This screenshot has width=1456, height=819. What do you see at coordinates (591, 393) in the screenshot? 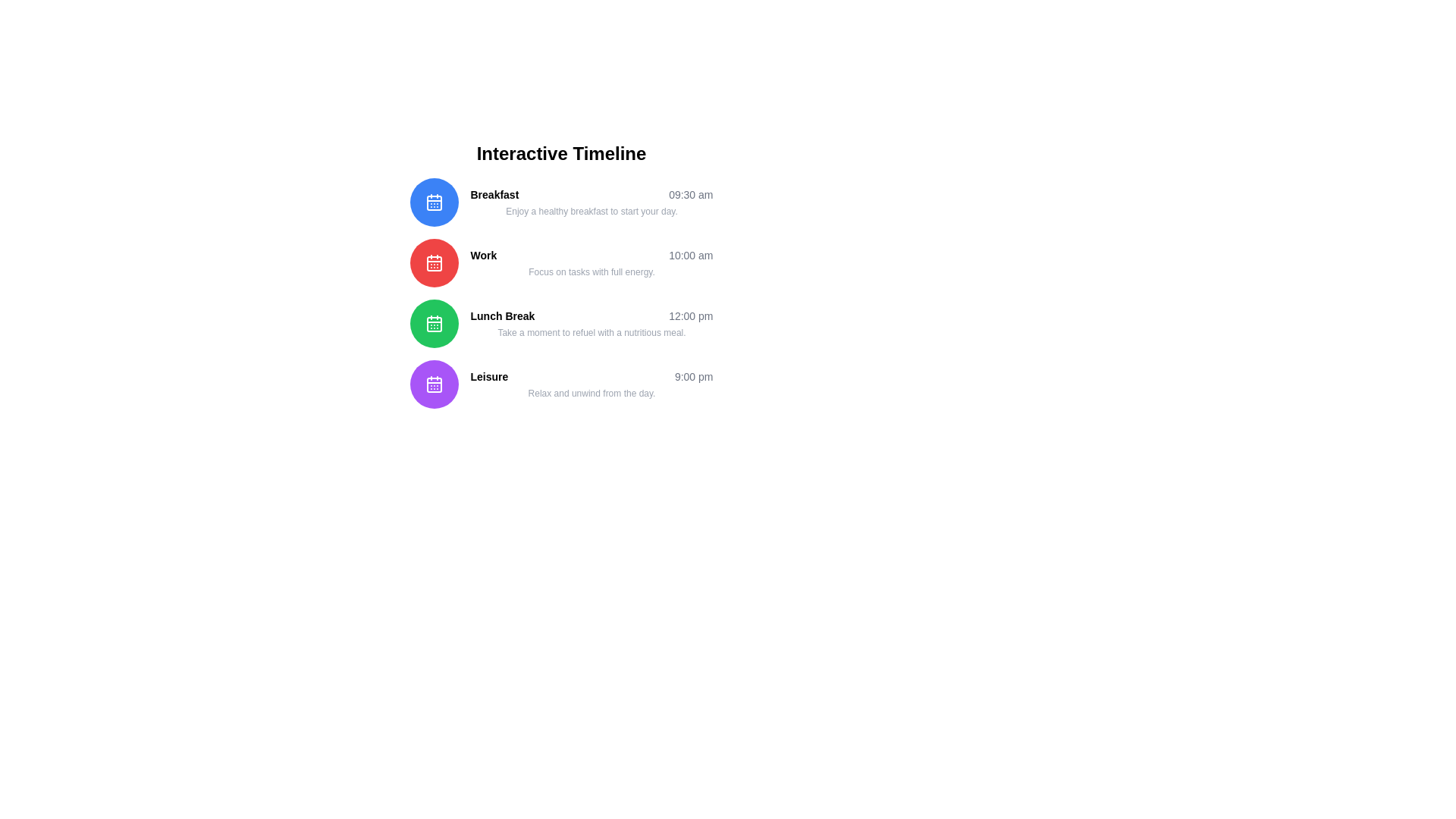
I see `the text label that reads 'Relax and unwind from the day.' located below the 'Leisure' label in the timeline interface` at bounding box center [591, 393].